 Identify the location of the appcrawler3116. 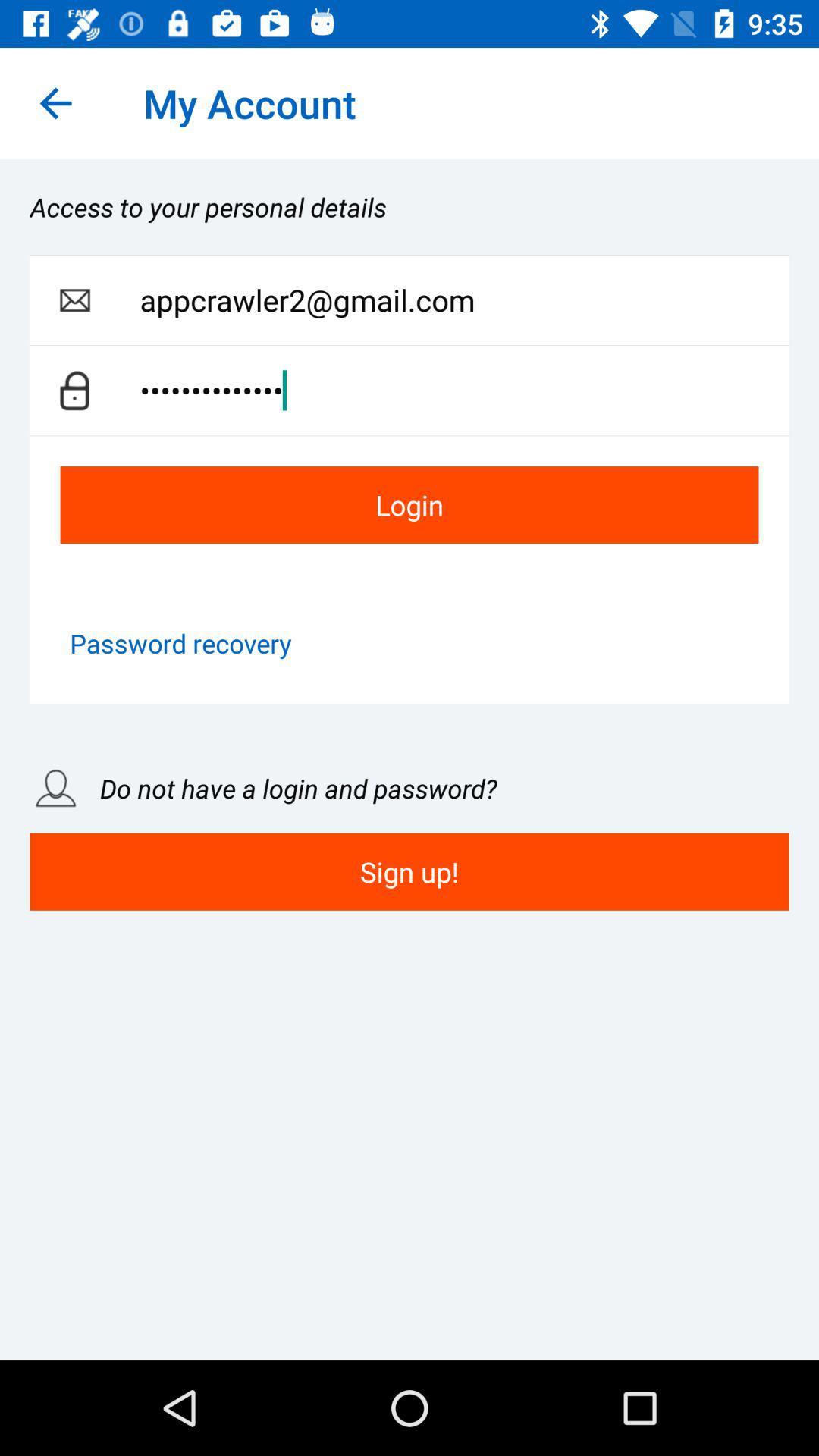
(463, 391).